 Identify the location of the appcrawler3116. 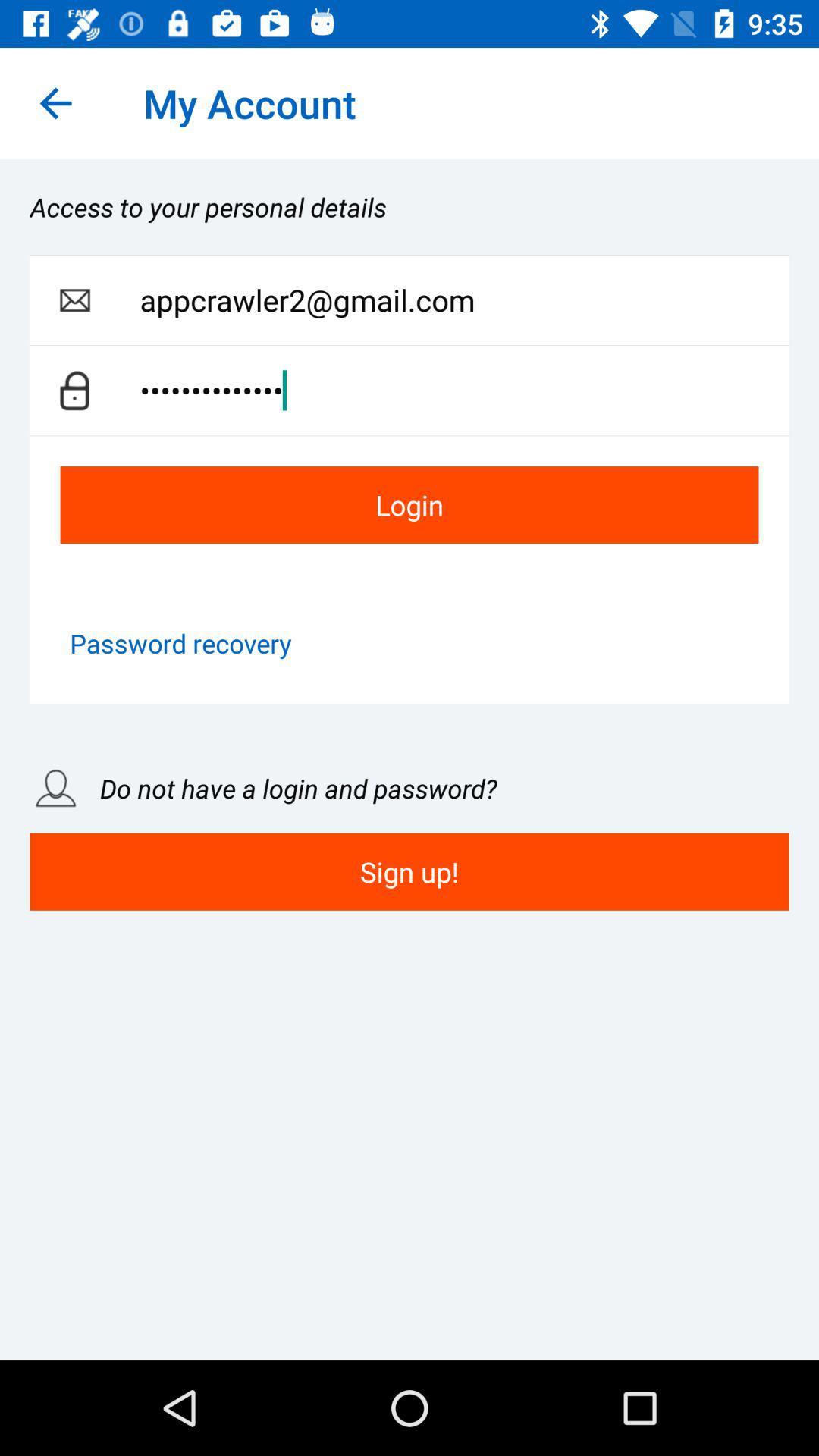
(463, 391).